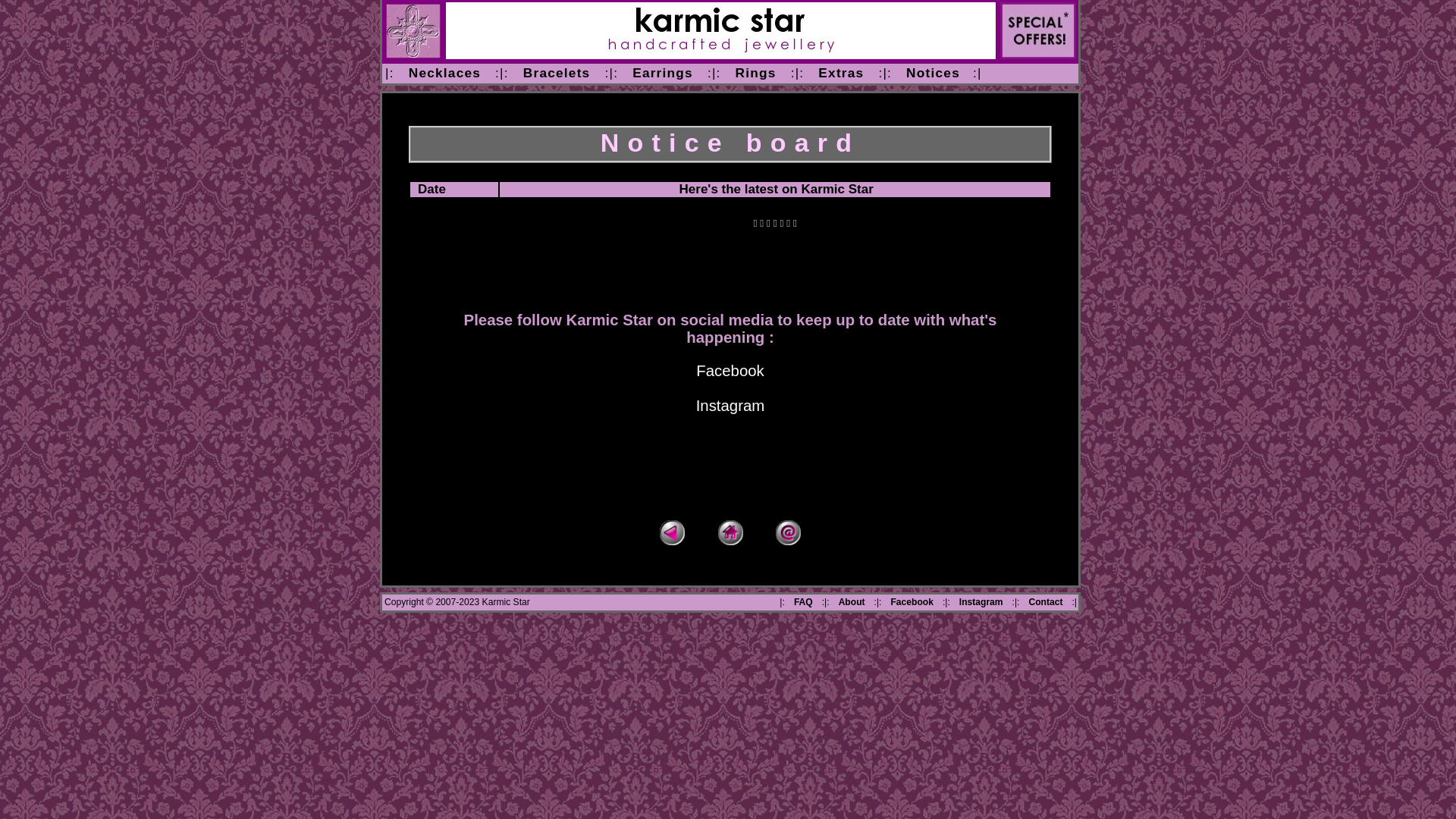 This screenshot has width=1456, height=819. Describe the element at coordinates (730, 532) in the screenshot. I see `'Home'` at that location.